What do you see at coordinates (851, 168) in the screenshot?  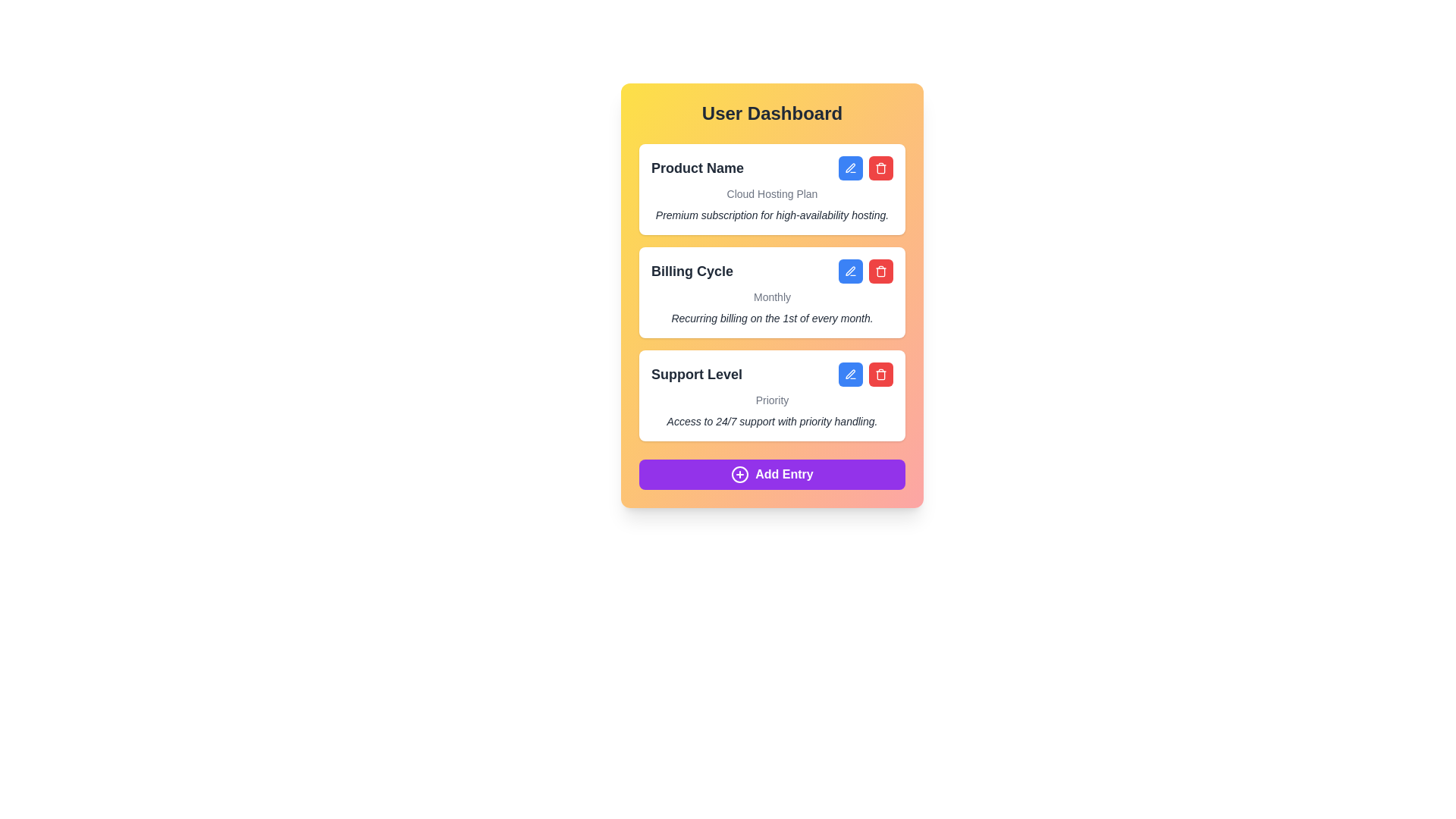 I see `the 'edit' button` at bounding box center [851, 168].